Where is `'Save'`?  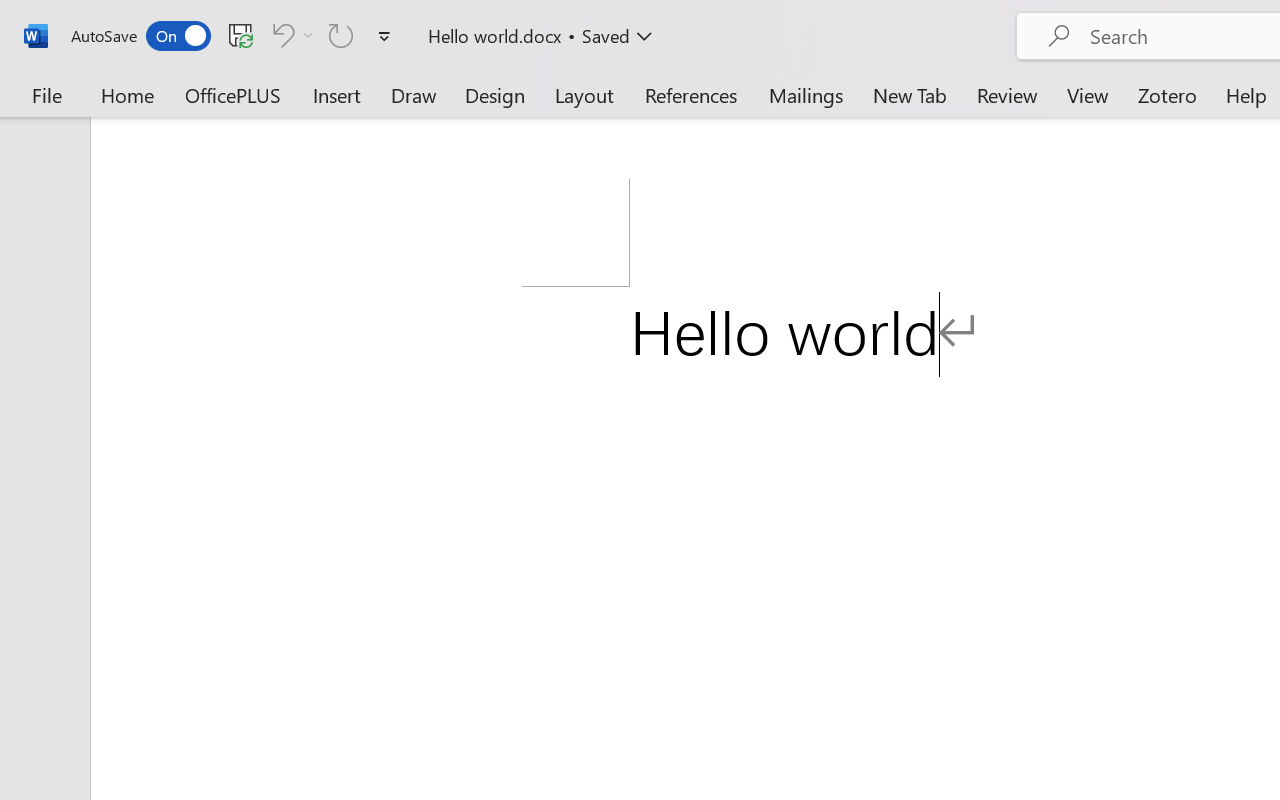
'Save' is located at coordinates (240, 34).